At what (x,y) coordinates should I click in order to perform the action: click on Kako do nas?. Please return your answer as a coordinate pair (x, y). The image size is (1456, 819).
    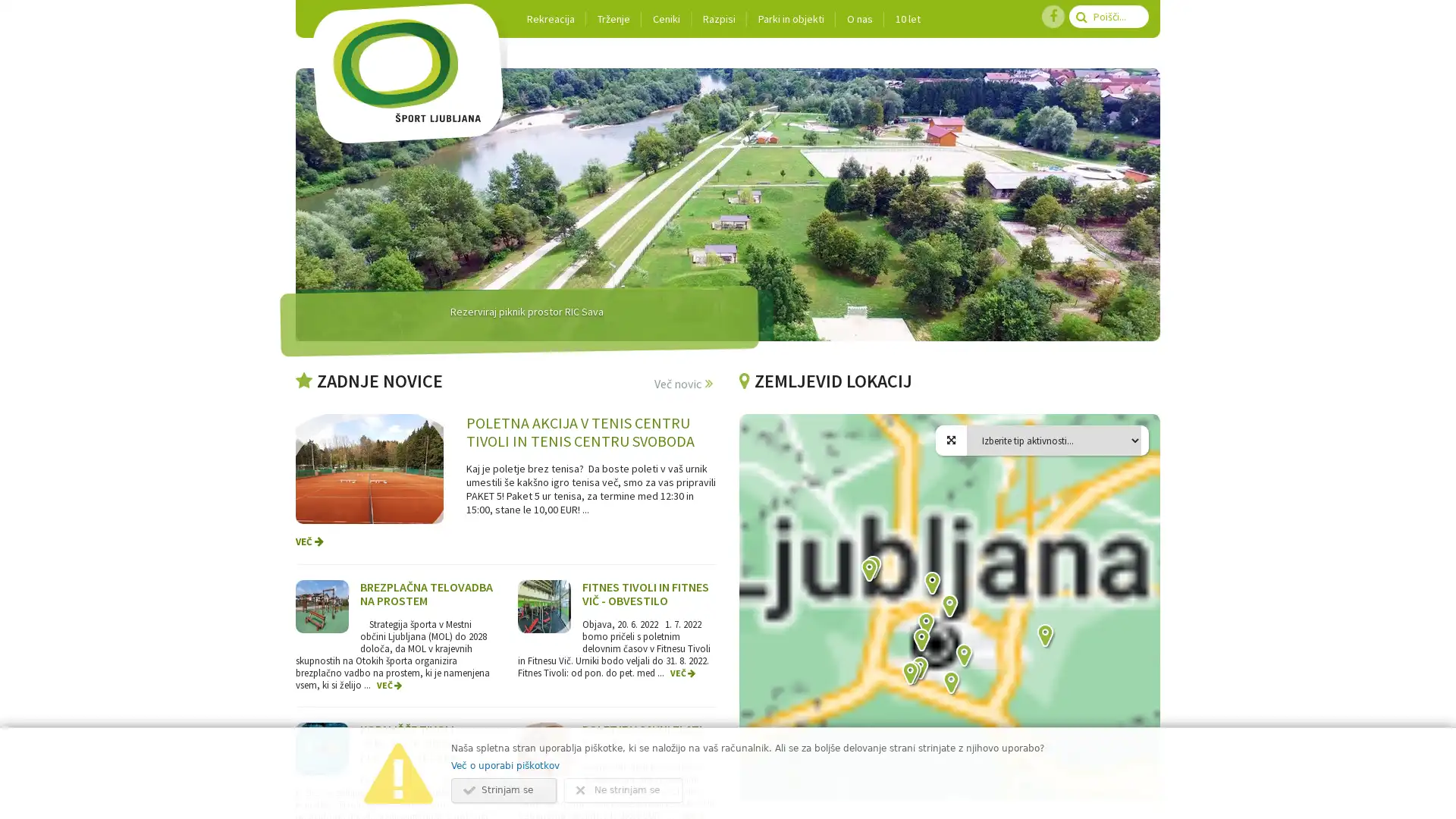
    Looking at the image, I should click on (1043, 637).